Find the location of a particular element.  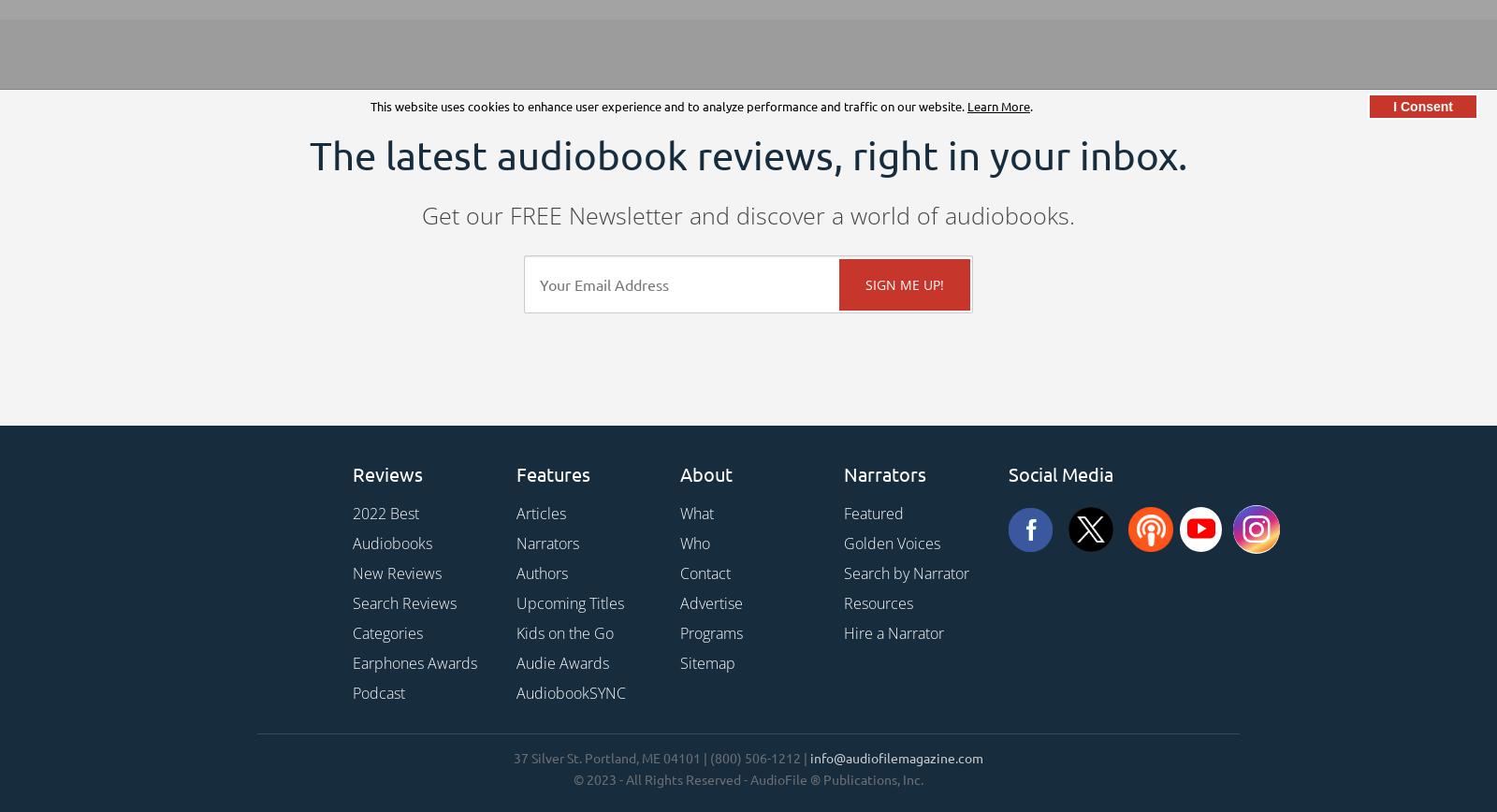

'What' is located at coordinates (696, 514).